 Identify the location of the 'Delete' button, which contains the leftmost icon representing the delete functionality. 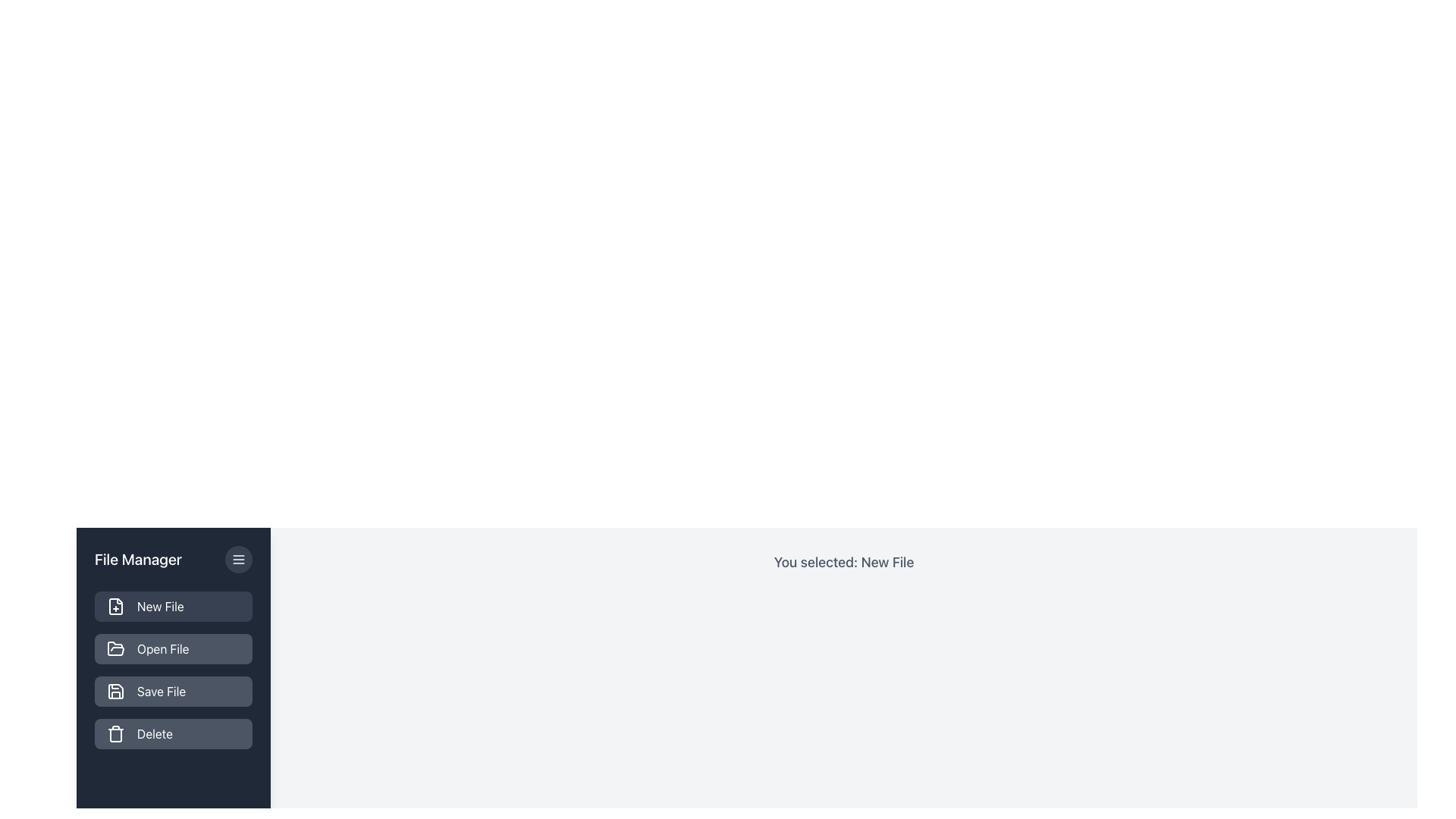
(115, 733).